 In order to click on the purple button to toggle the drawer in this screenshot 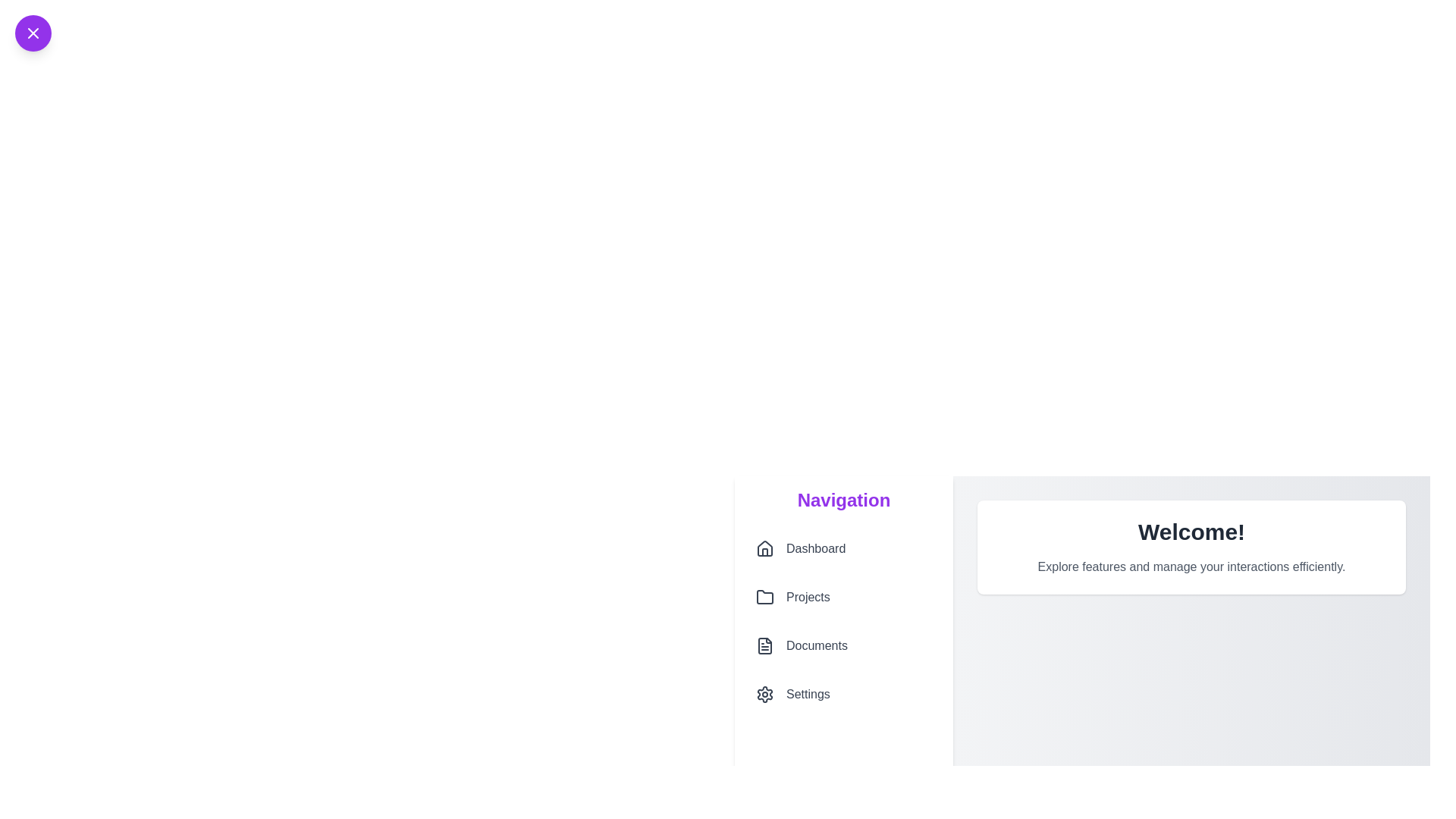, I will do `click(33, 33)`.